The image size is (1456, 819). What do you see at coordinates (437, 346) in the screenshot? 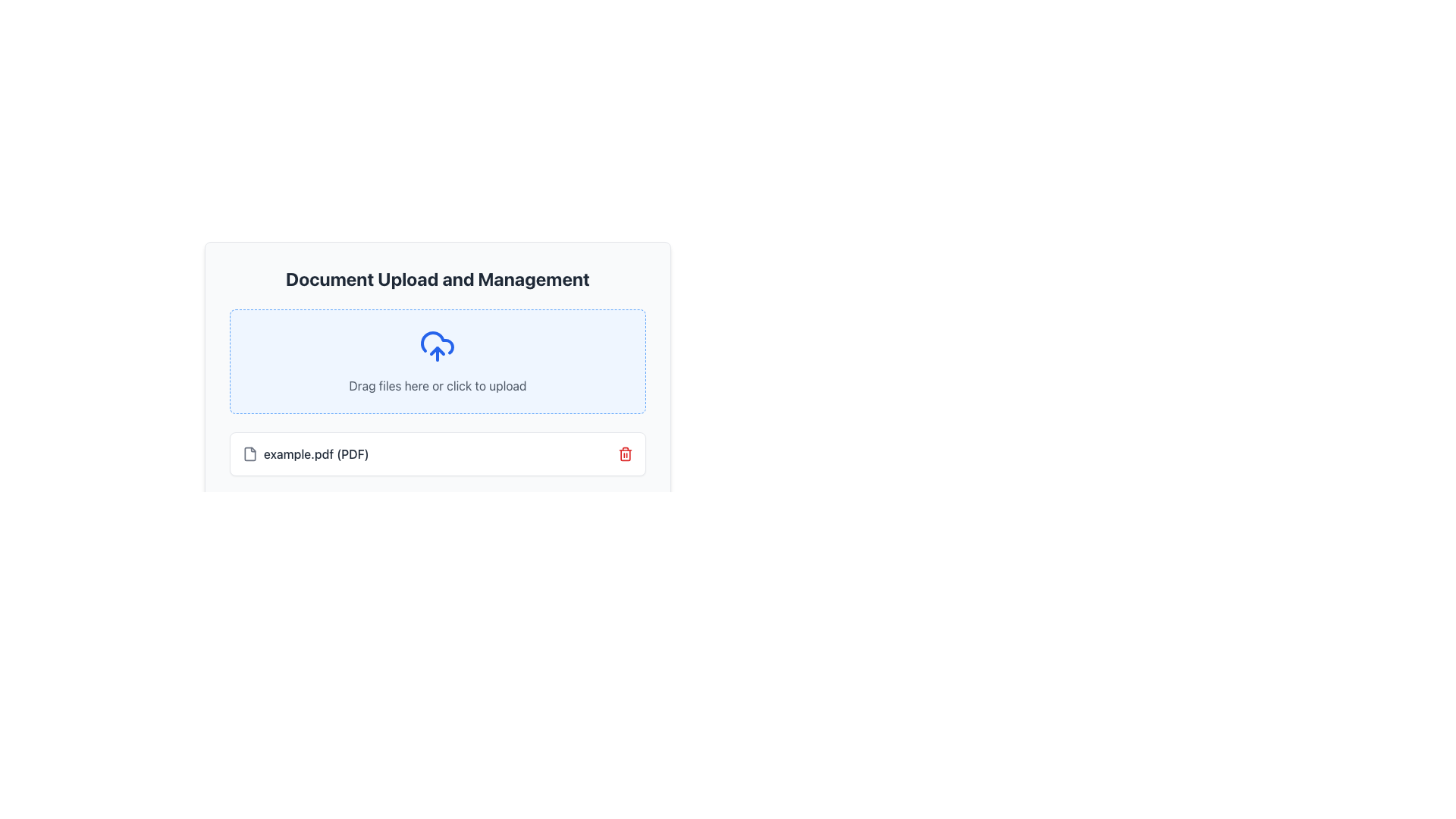
I see `the cloud upload icon, which features an upward-facing arrow inside a blue-colored cloud, located at the center of the upload area in the Document Upload and Management interface` at bounding box center [437, 346].